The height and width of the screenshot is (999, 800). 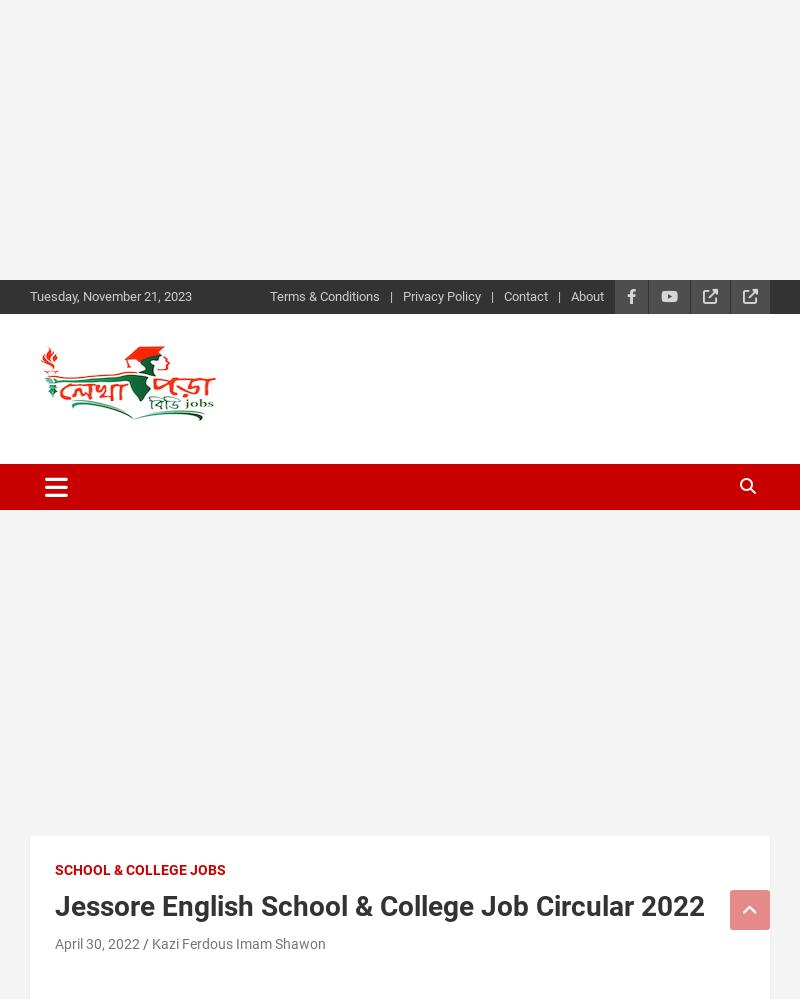 What do you see at coordinates (204, 459) in the screenshot?
I see `'Lekhapora BD Jobs'` at bounding box center [204, 459].